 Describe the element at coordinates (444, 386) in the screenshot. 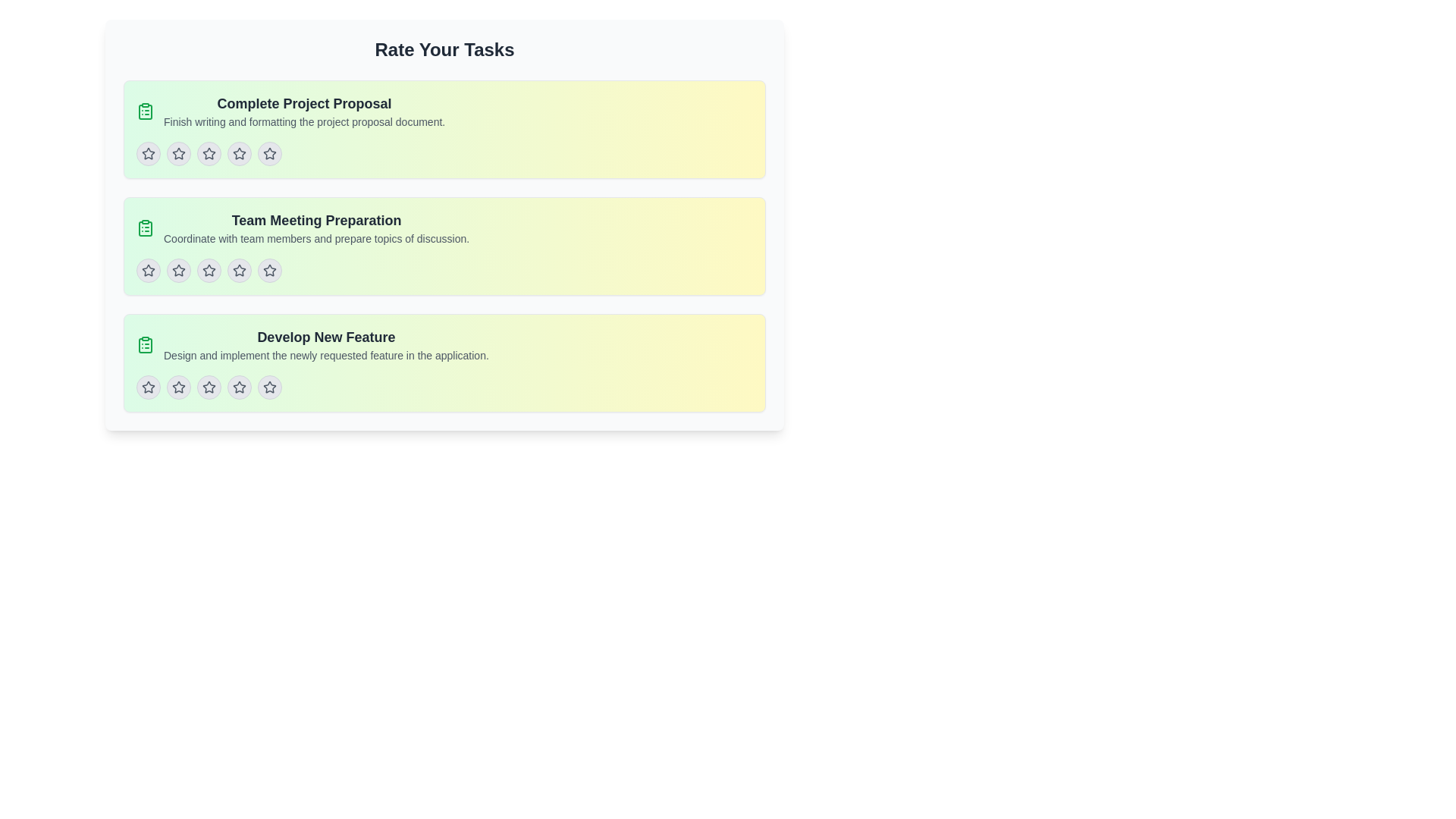

I see `the individual star icons in the Rating component located at the bottom of the 'Develop New Feature' card to rate` at that location.